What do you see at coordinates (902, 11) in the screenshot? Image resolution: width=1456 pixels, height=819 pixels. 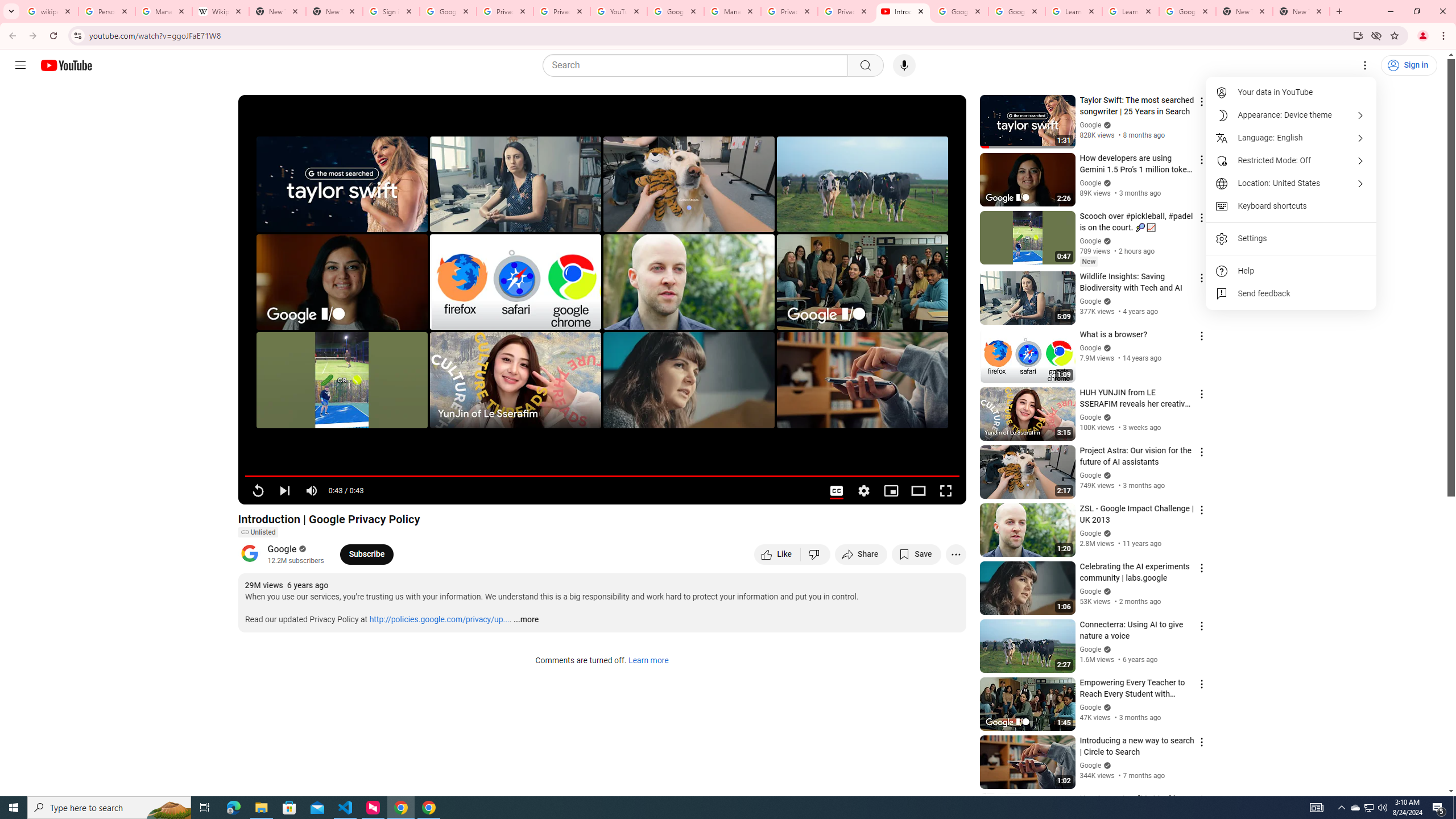 I see `'Introduction | Google Privacy Policy - YouTube'` at bounding box center [902, 11].